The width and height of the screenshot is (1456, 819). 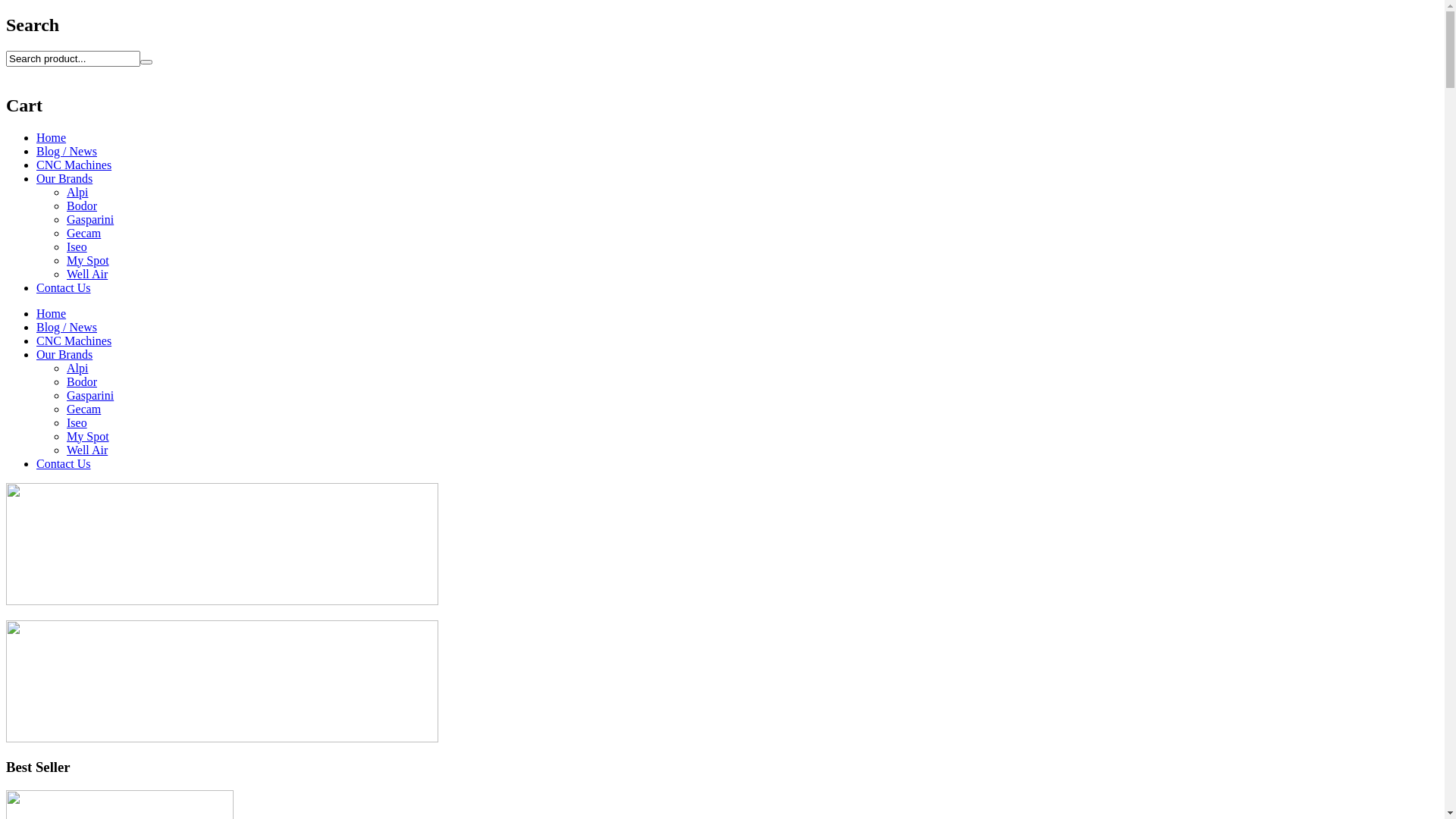 I want to click on 'Iseo', so click(x=76, y=422).